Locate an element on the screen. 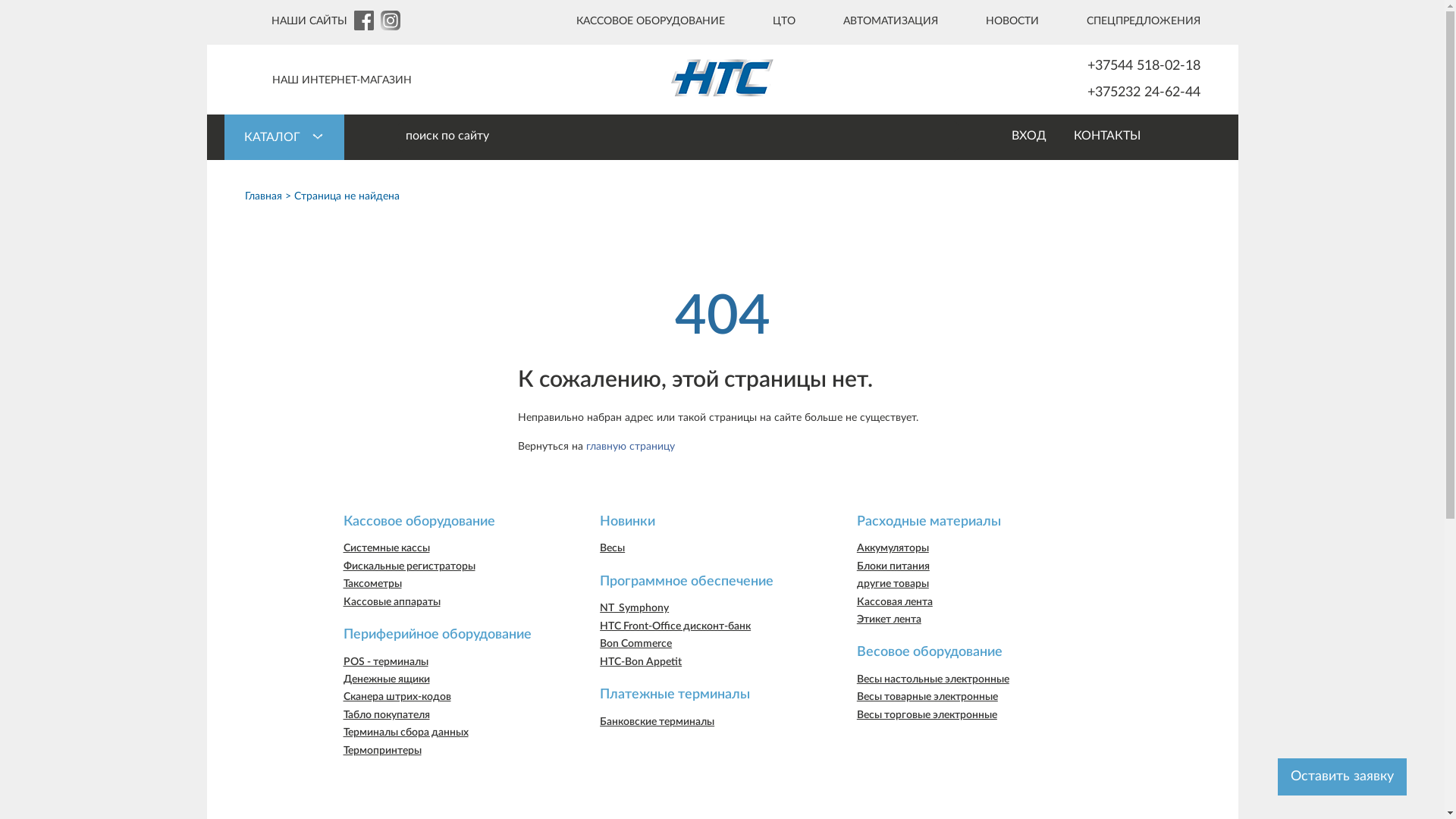 The height and width of the screenshot is (819, 1456). 'Bon Commerce' is located at coordinates (599, 643).